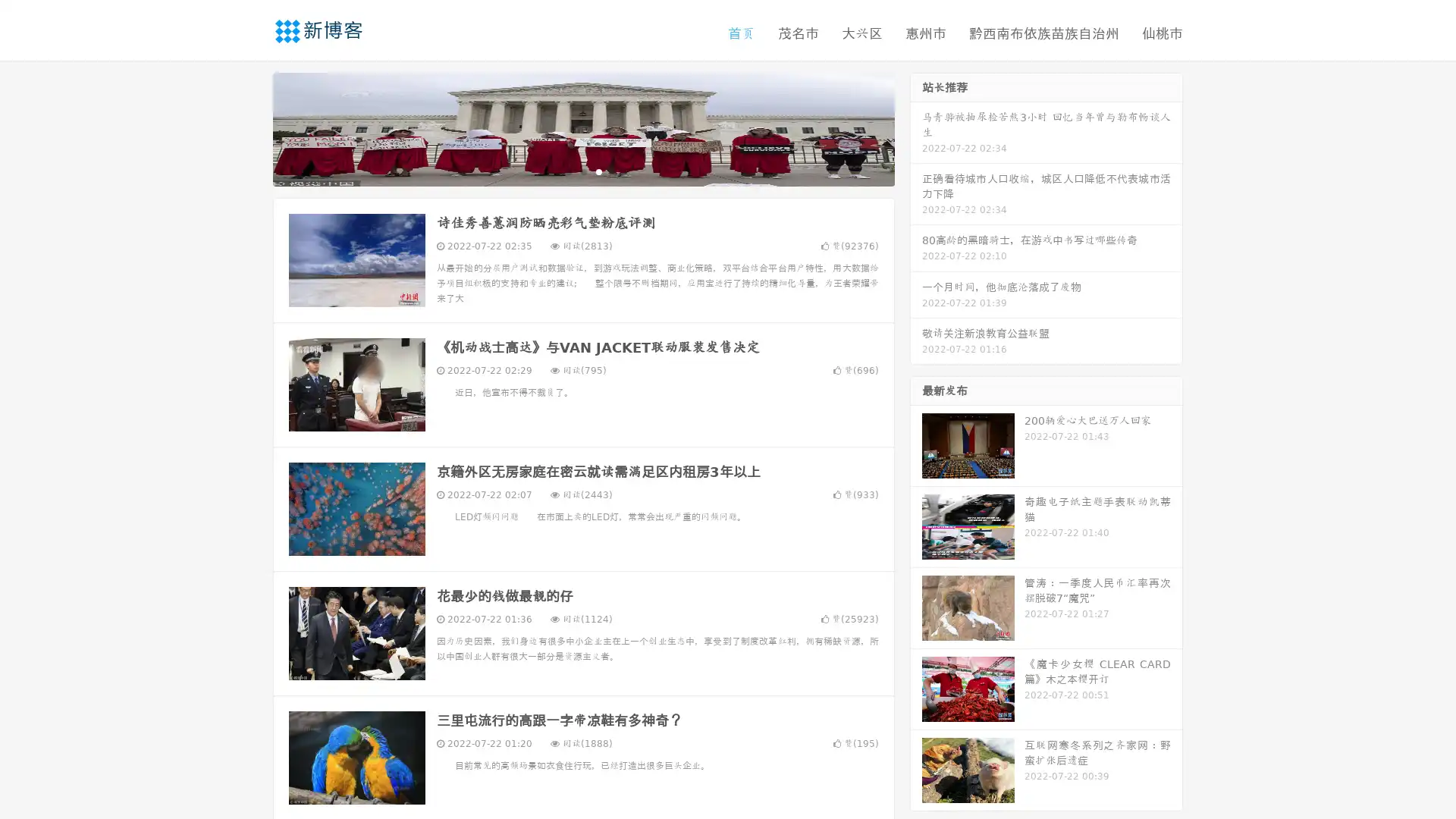 This screenshot has width=1456, height=819. What do you see at coordinates (916, 127) in the screenshot?
I see `Next slide` at bounding box center [916, 127].